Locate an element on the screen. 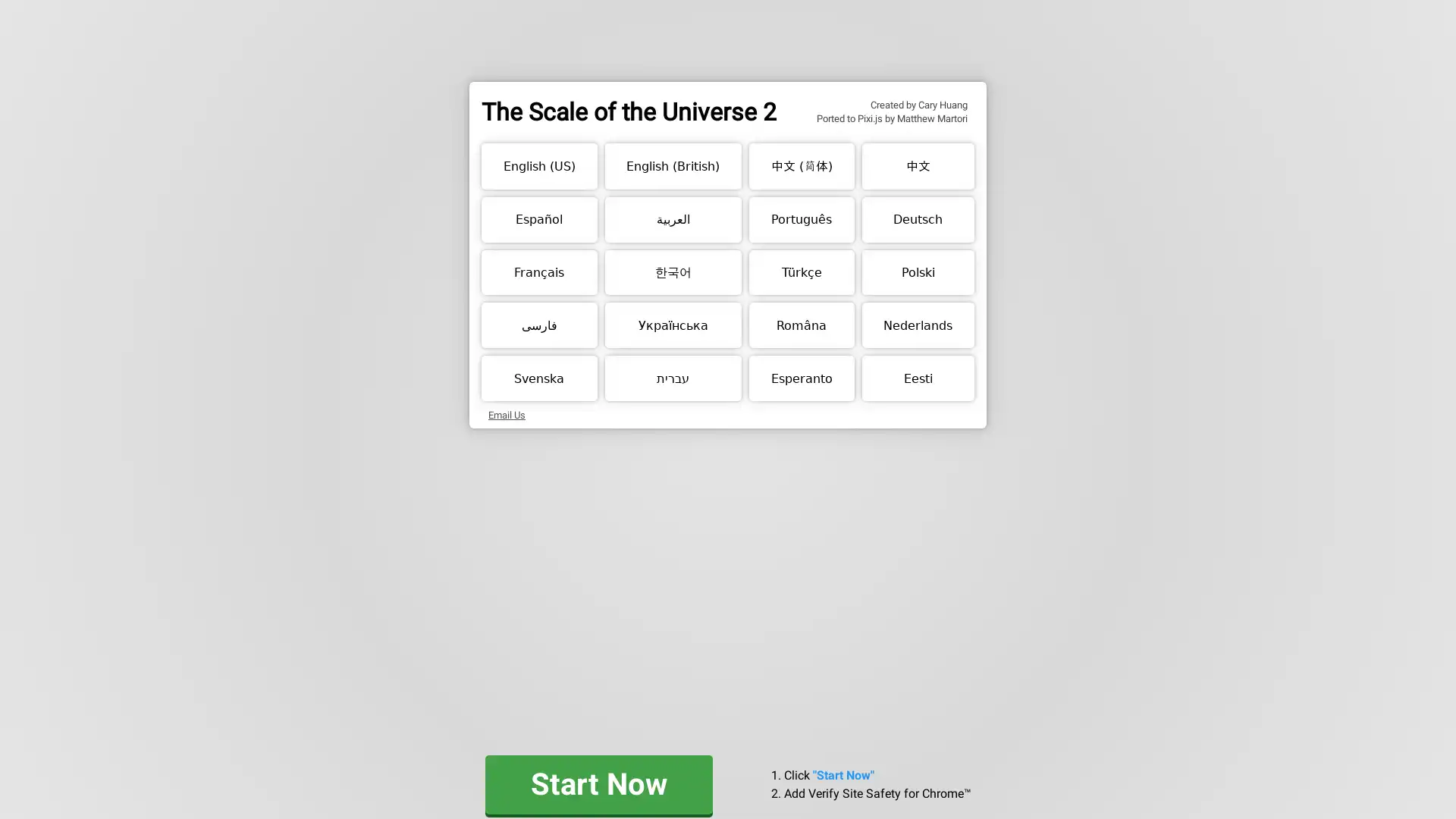 This screenshot has width=1456, height=819. Polski is located at coordinates (917, 271).